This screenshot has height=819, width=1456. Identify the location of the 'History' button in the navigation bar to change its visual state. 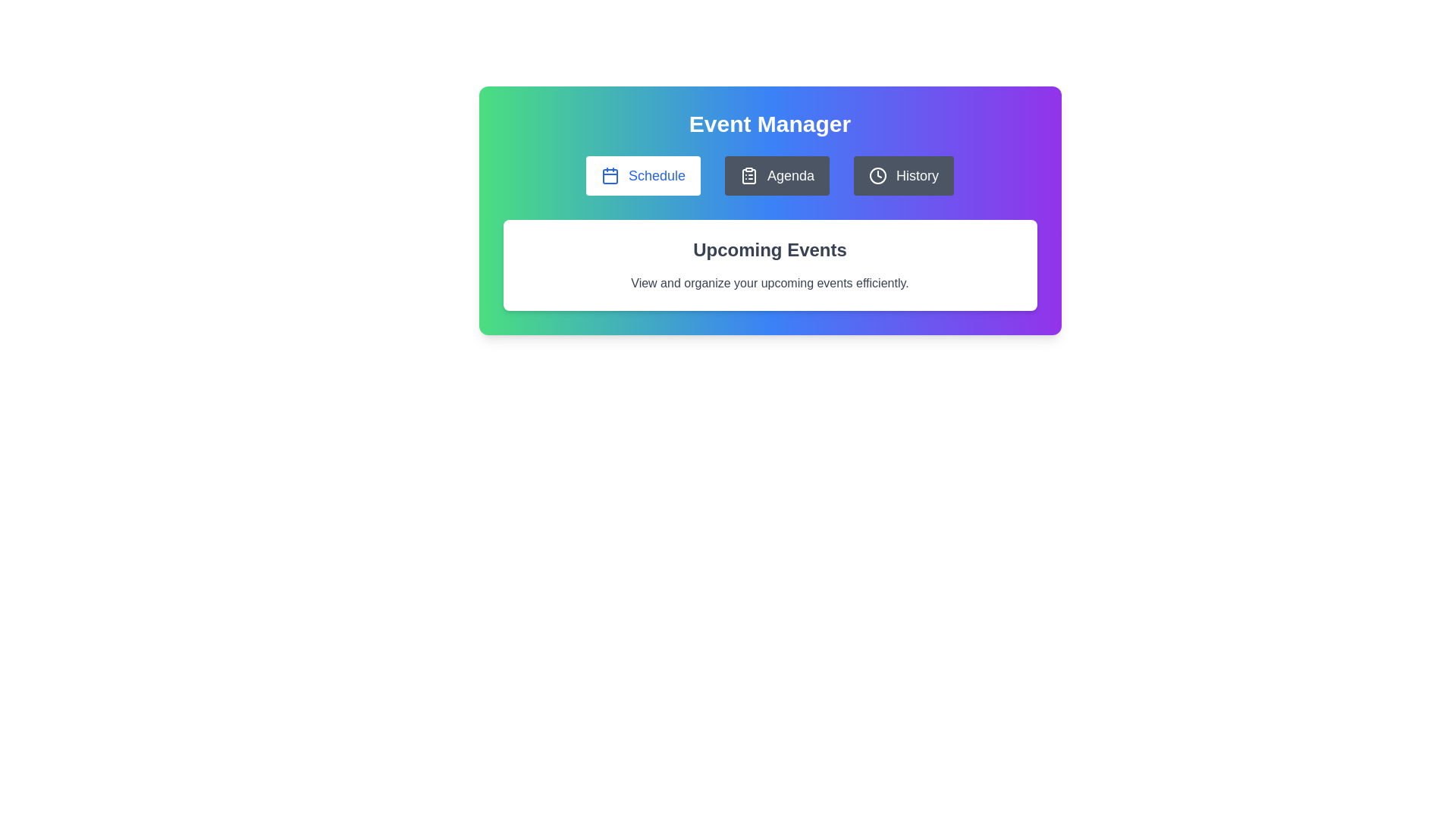
(904, 174).